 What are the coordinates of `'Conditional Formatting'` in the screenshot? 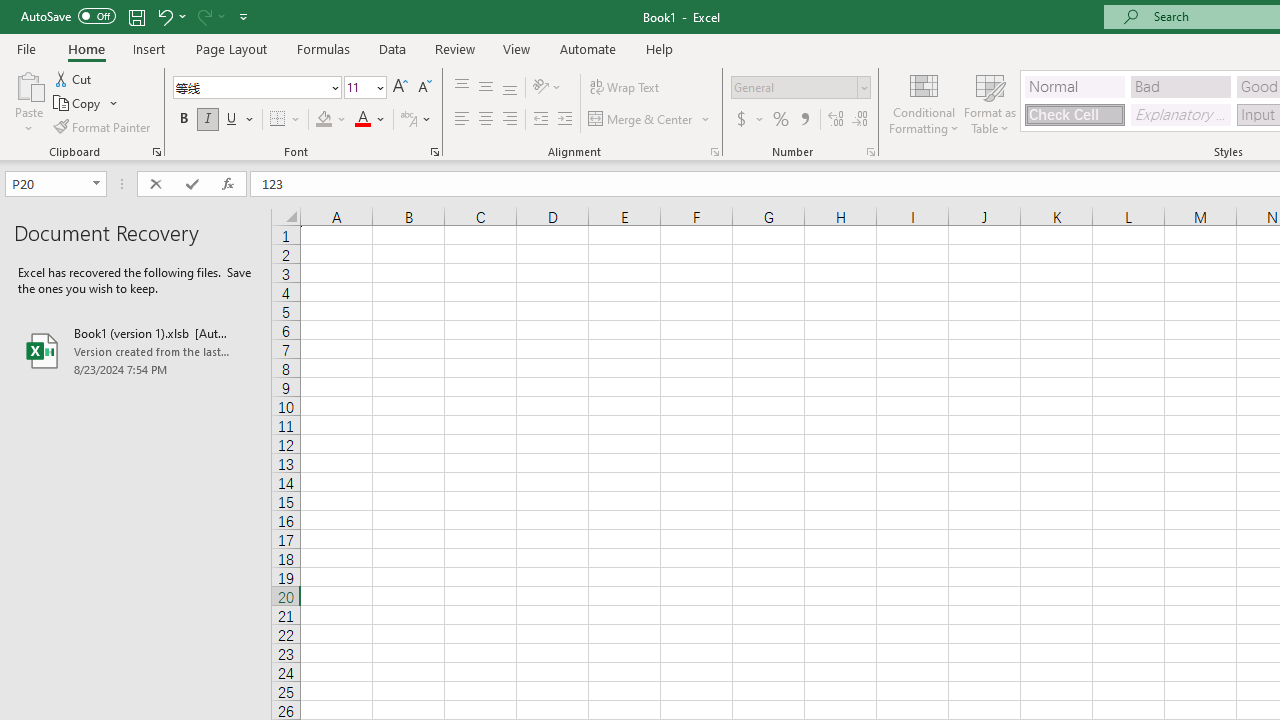 It's located at (923, 103).